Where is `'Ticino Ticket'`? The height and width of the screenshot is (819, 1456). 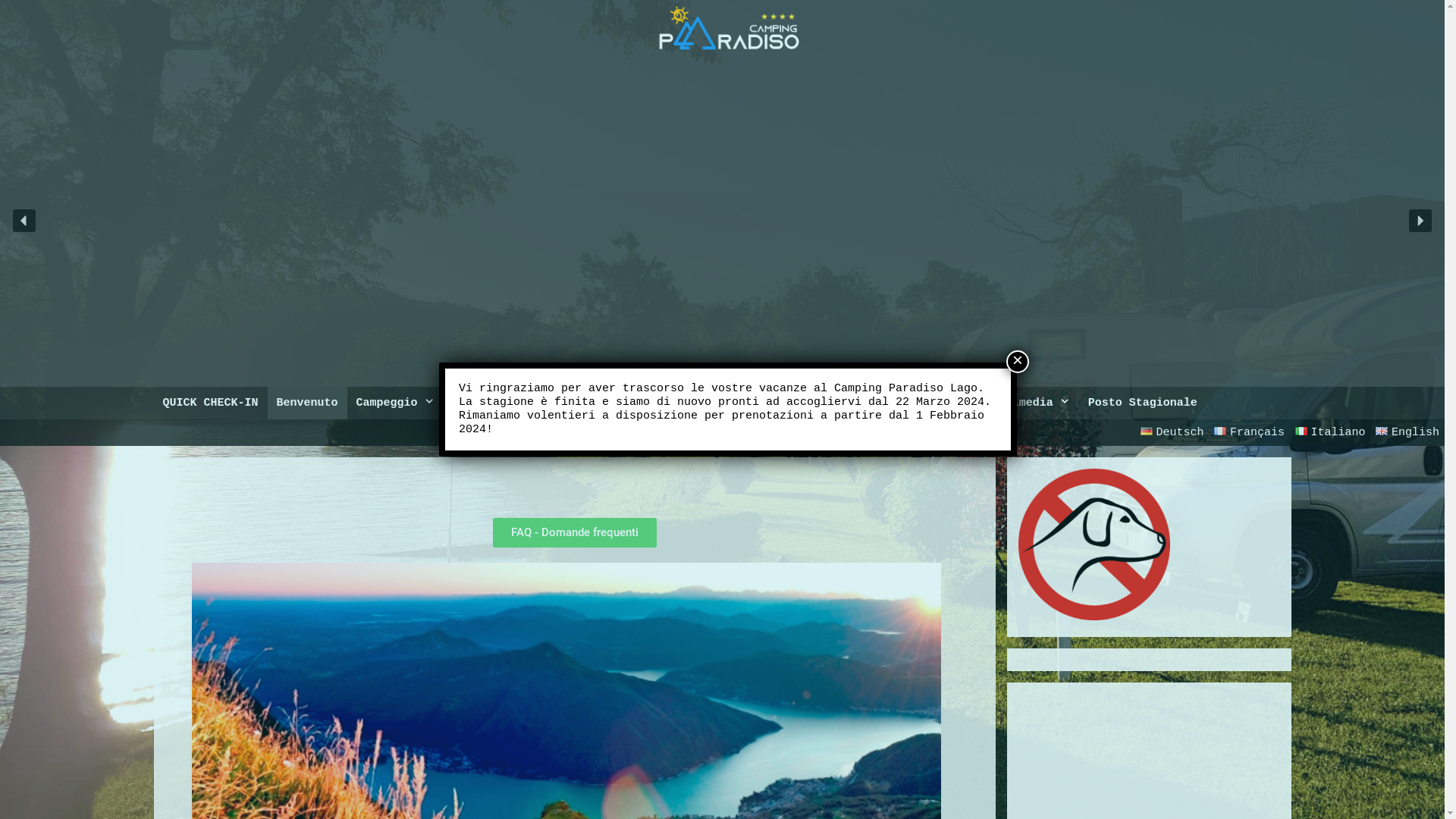
'Ticino Ticket' is located at coordinates (560, 402).